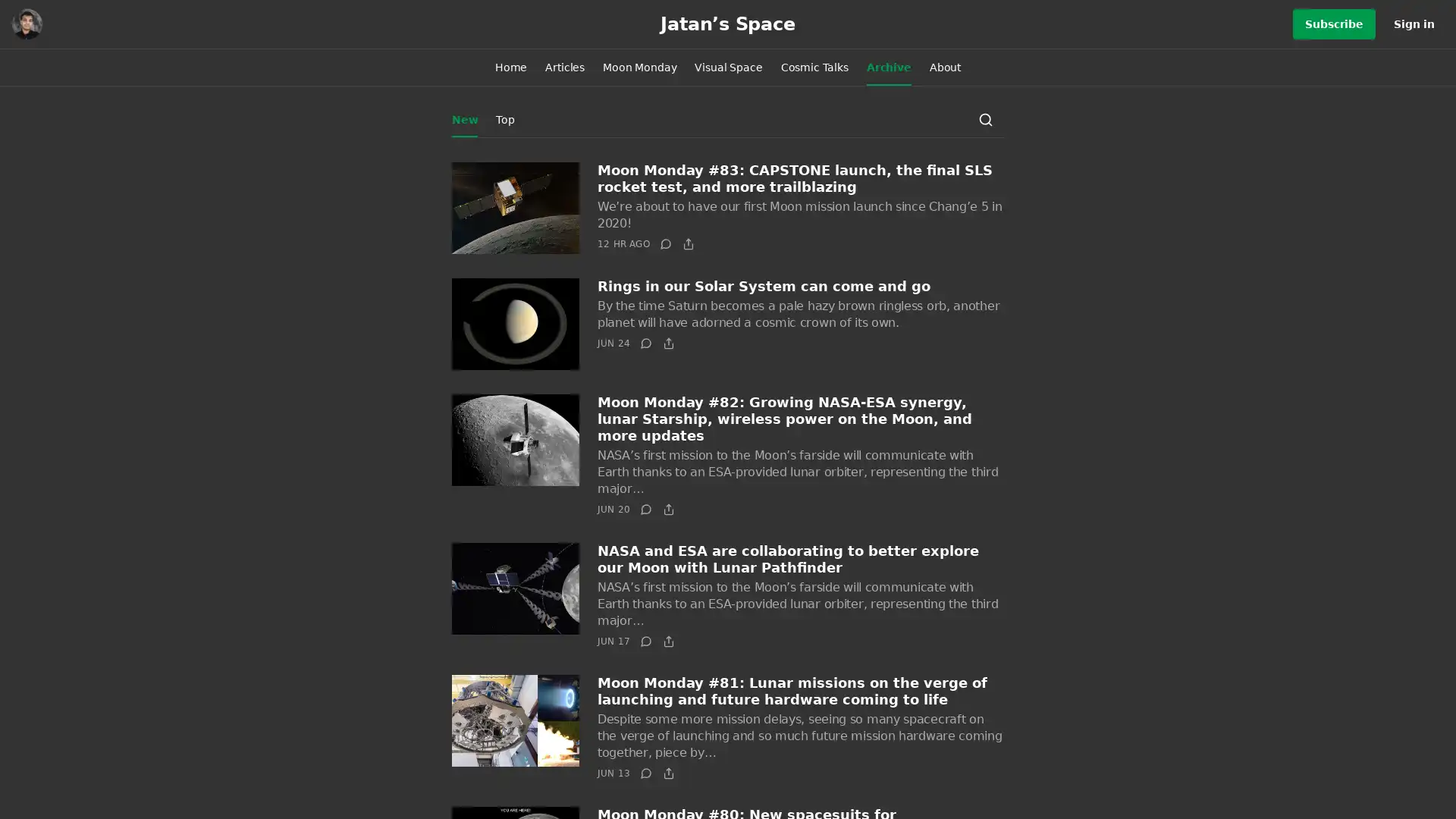 This screenshot has width=1456, height=819. Describe the element at coordinates (510, 66) in the screenshot. I see `Home` at that location.